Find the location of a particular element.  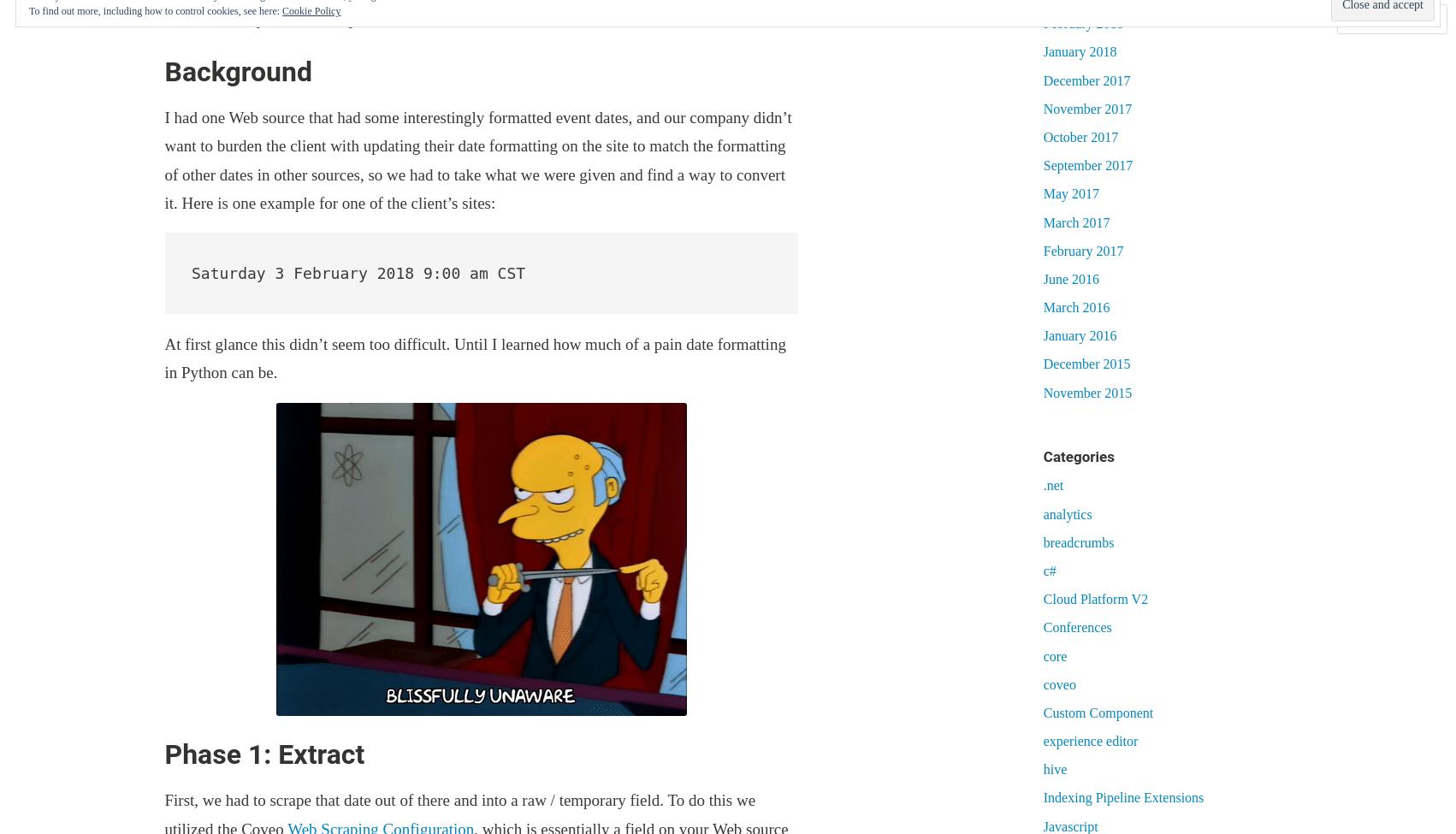

'Saturday 3 February 2018 9:00 am CST' is located at coordinates (190, 271).